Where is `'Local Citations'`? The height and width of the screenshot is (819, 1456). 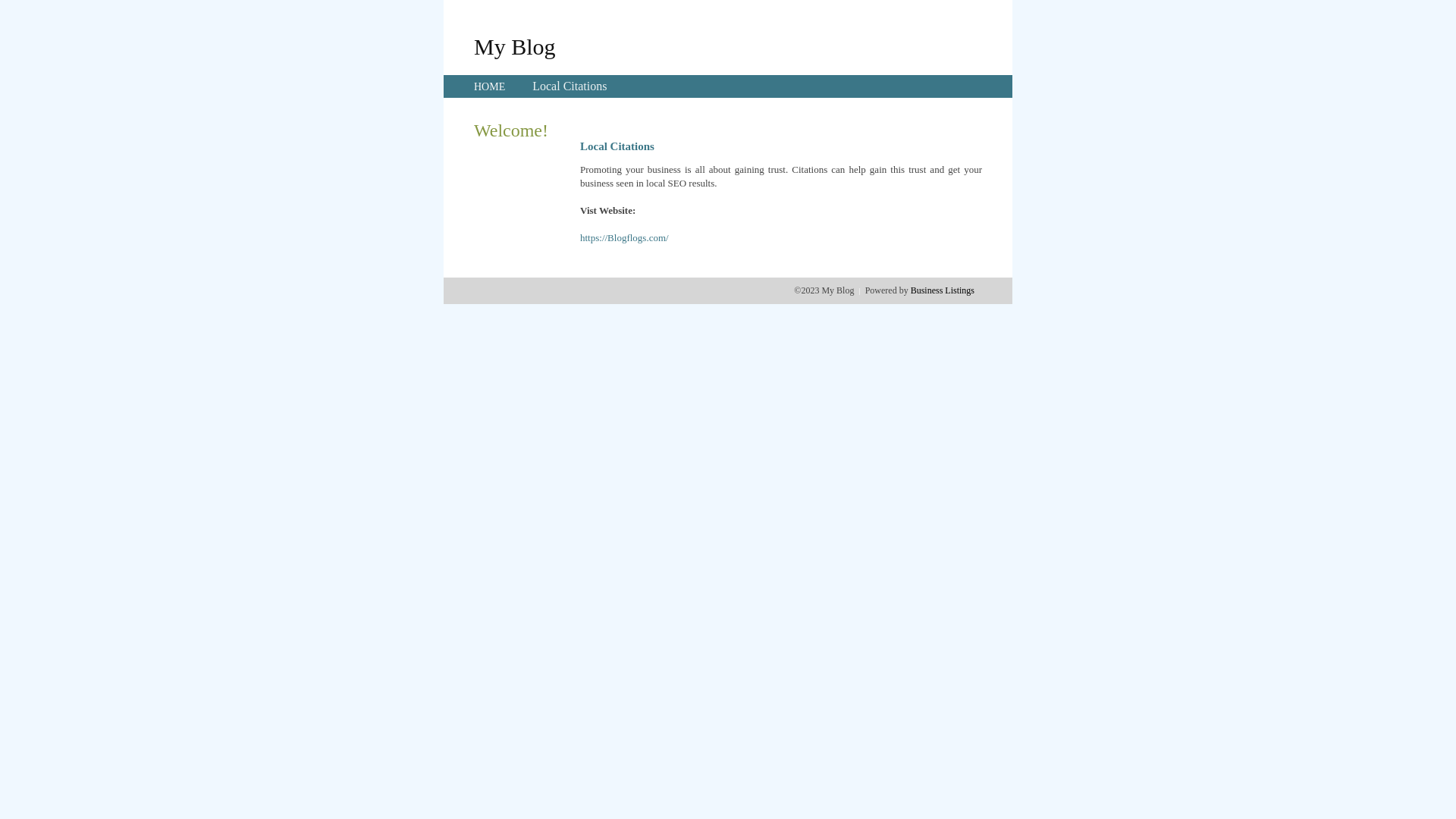
'Local Citations' is located at coordinates (568, 86).